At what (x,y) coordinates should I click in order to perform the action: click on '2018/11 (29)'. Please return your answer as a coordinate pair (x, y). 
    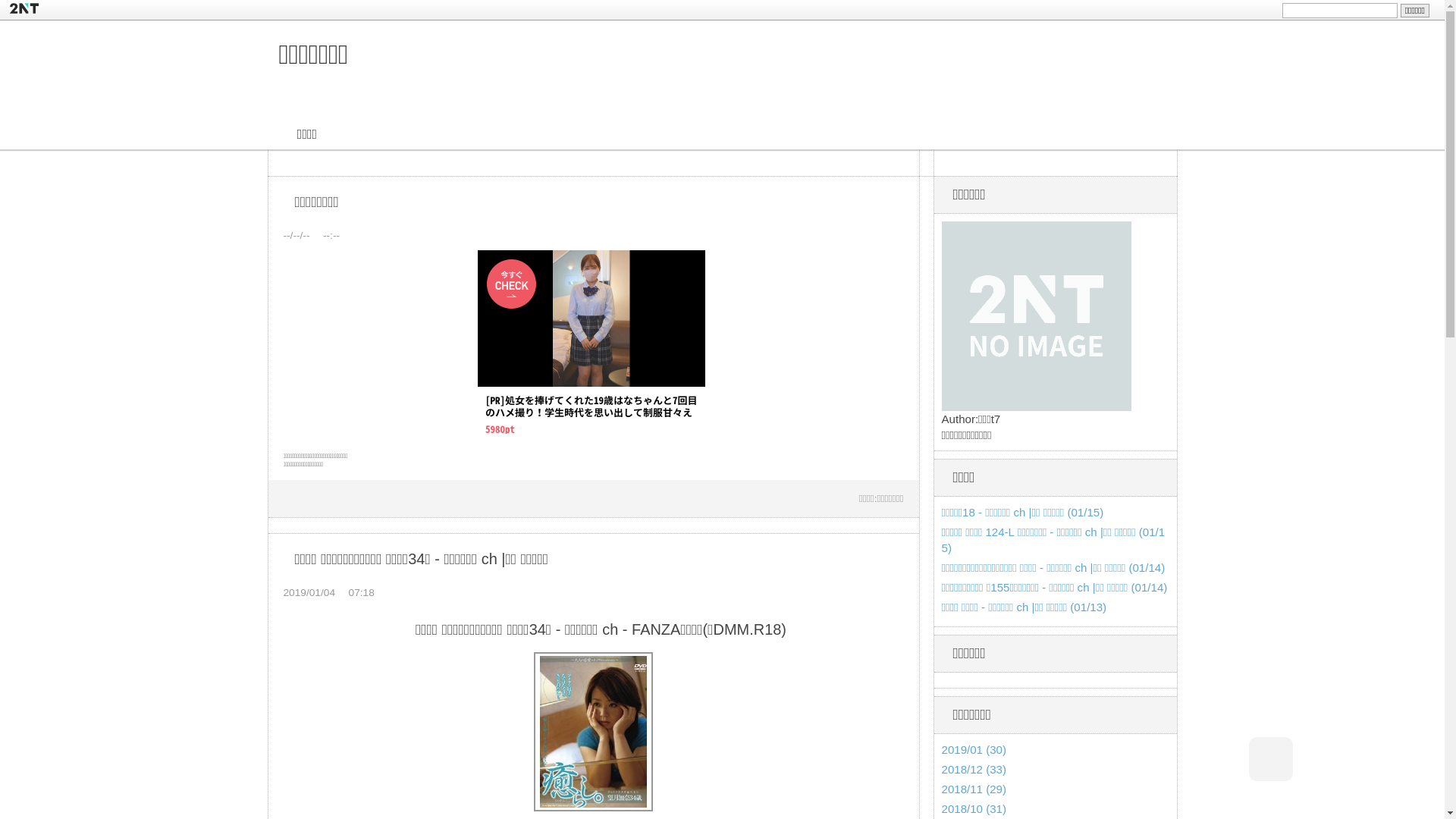
    Looking at the image, I should click on (974, 788).